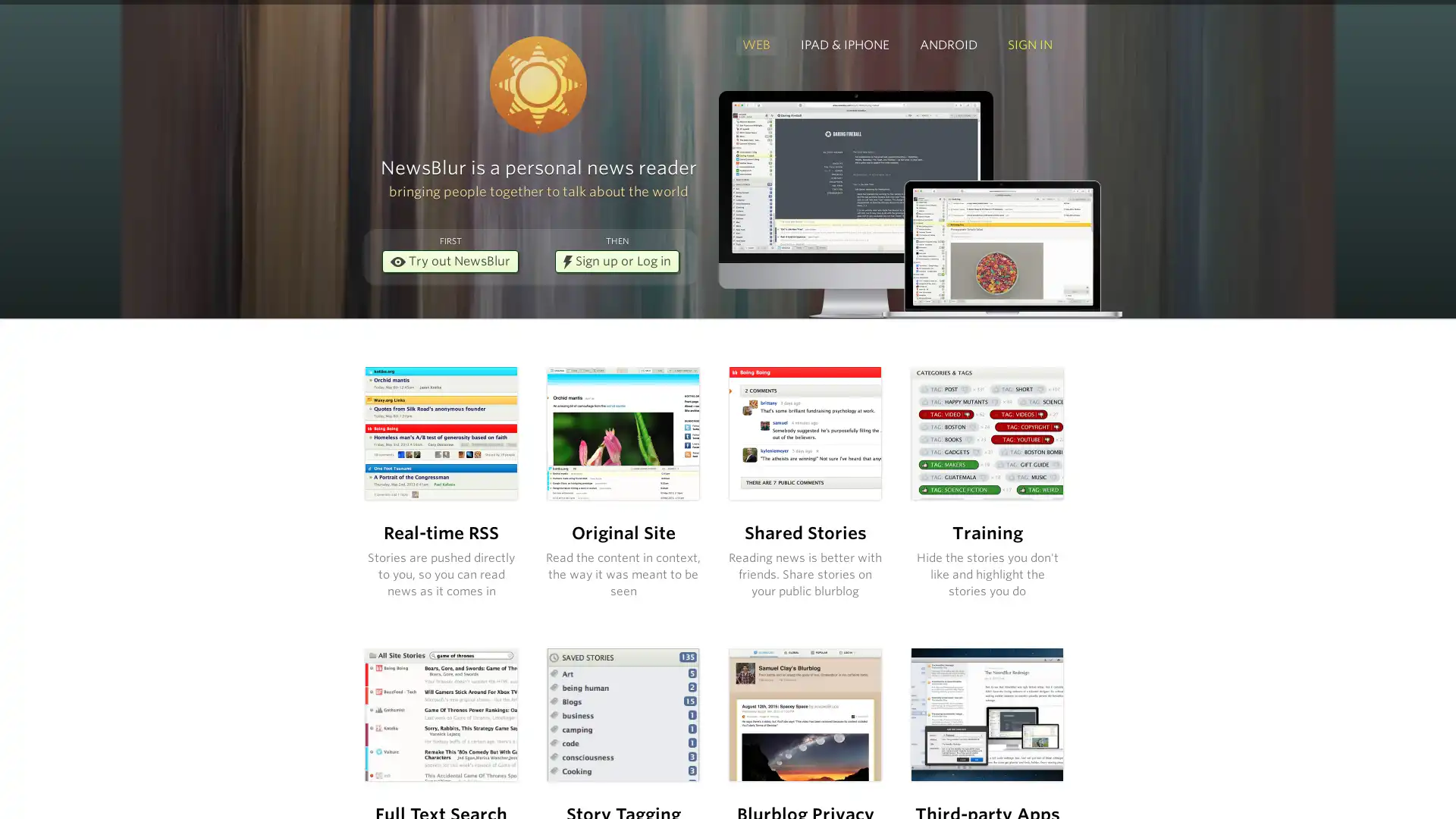 This screenshot has width=1456, height=819. Describe the element at coordinates (974, 471) in the screenshot. I see `create account` at that location.